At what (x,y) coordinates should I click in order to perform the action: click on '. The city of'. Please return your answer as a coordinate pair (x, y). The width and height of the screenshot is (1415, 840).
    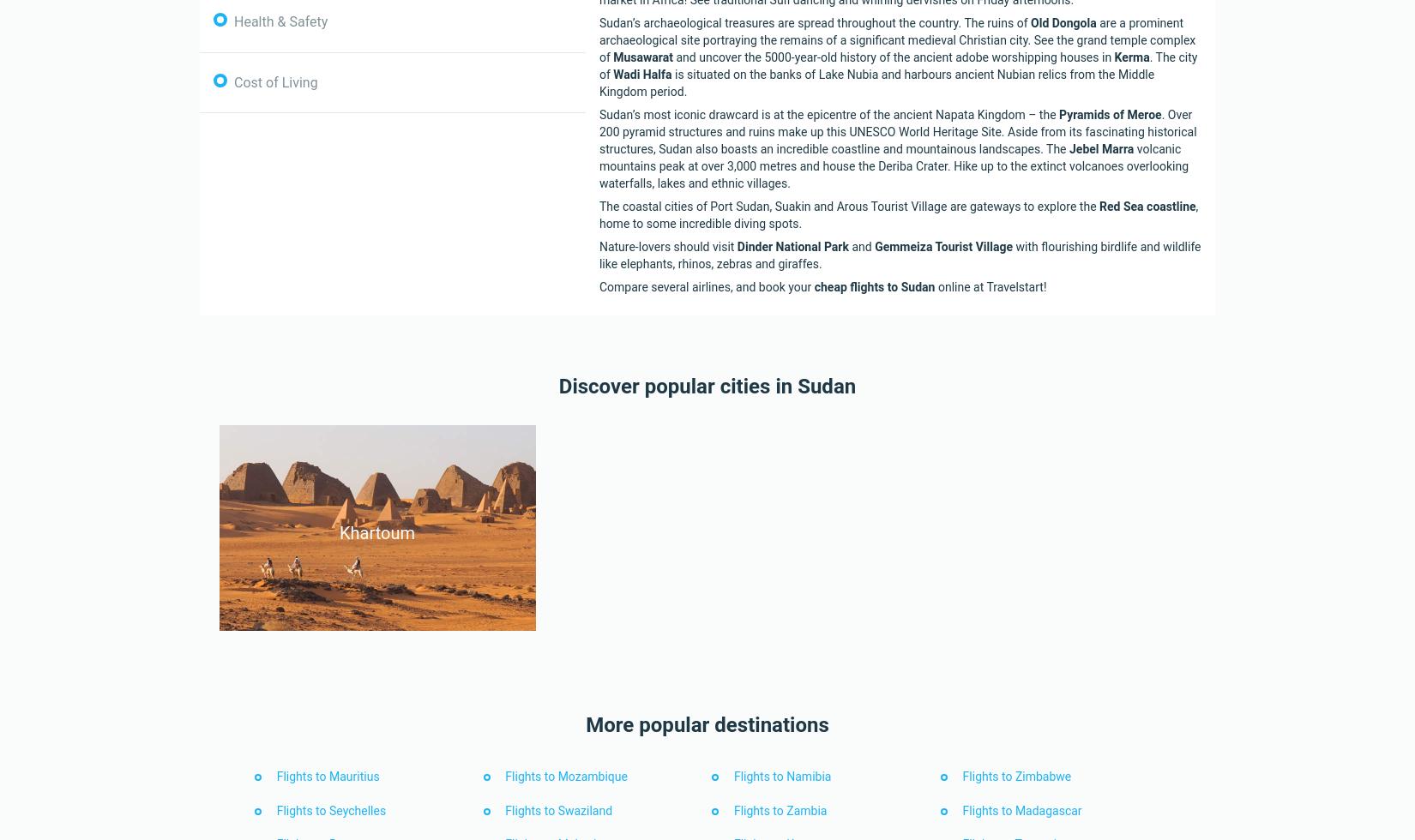
    Looking at the image, I should click on (897, 65).